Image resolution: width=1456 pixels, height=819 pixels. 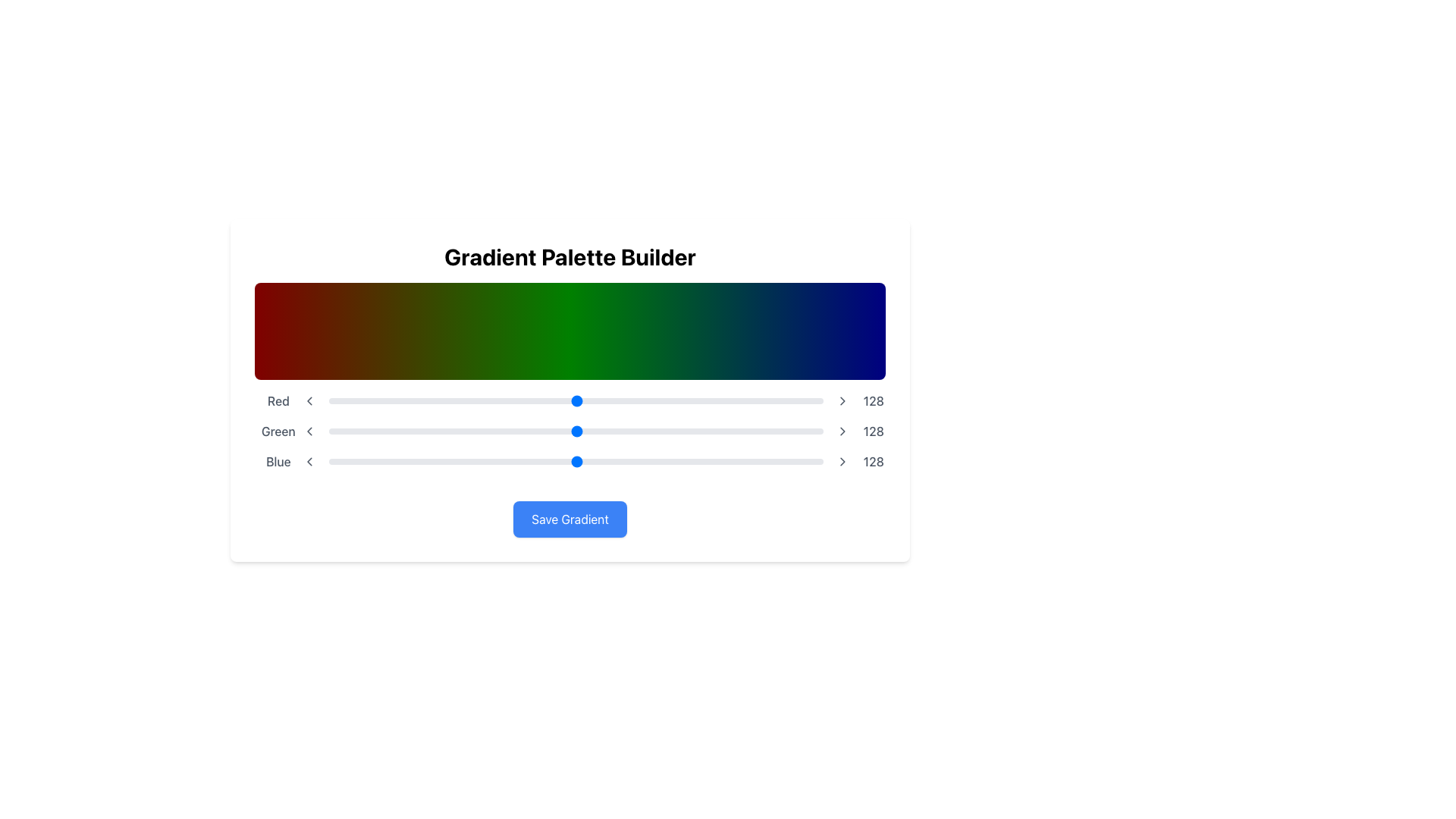 What do you see at coordinates (570, 461) in the screenshot?
I see `the 'Blue' range slider` at bounding box center [570, 461].